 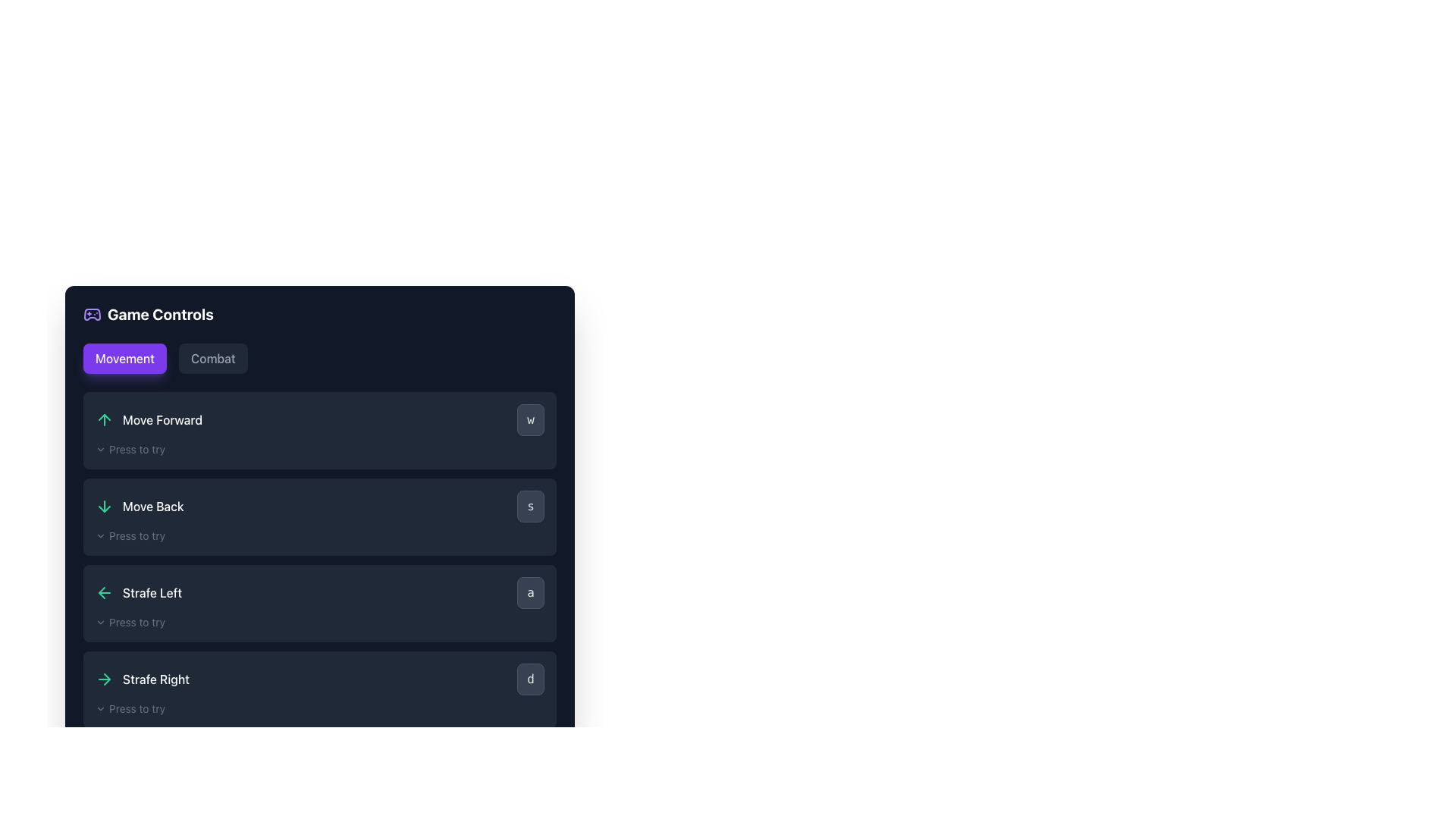 What do you see at coordinates (104, 592) in the screenshot?
I see `the 'Strafe Left' icon located in the third control of the 'Movement' section in the 'Game Controls' panel` at bounding box center [104, 592].